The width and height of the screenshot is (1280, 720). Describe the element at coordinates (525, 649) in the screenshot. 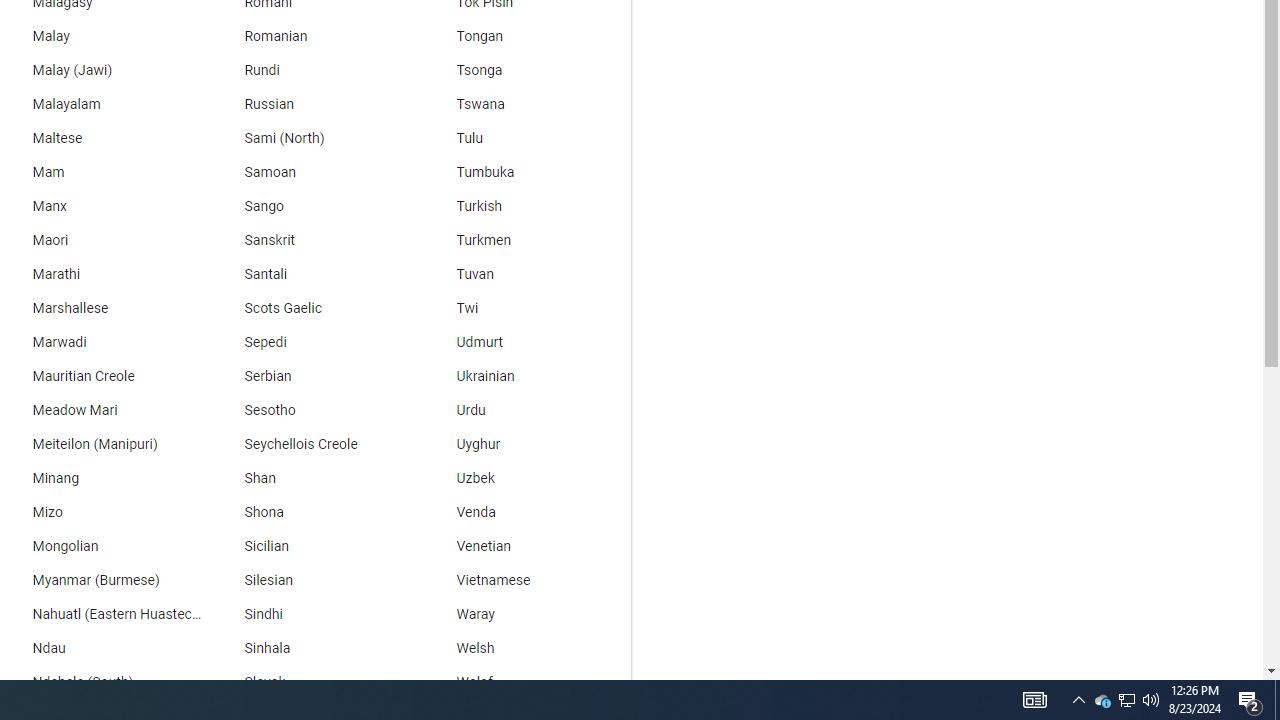

I see `'Welsh'` at that location.